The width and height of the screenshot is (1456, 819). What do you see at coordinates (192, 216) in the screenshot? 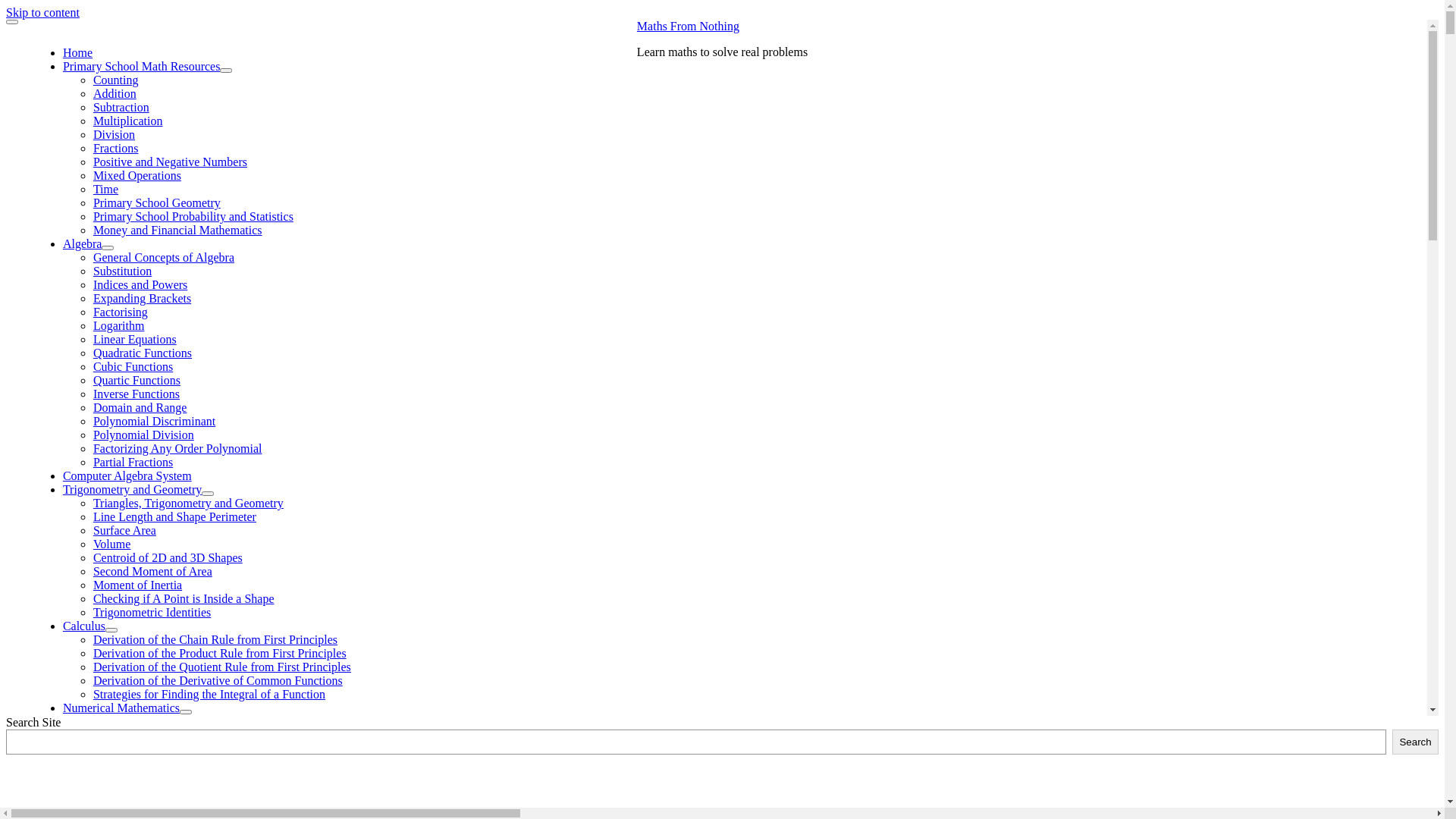
I see `'Primary School Probability and Statistics'` at bounding box center [192, 216].